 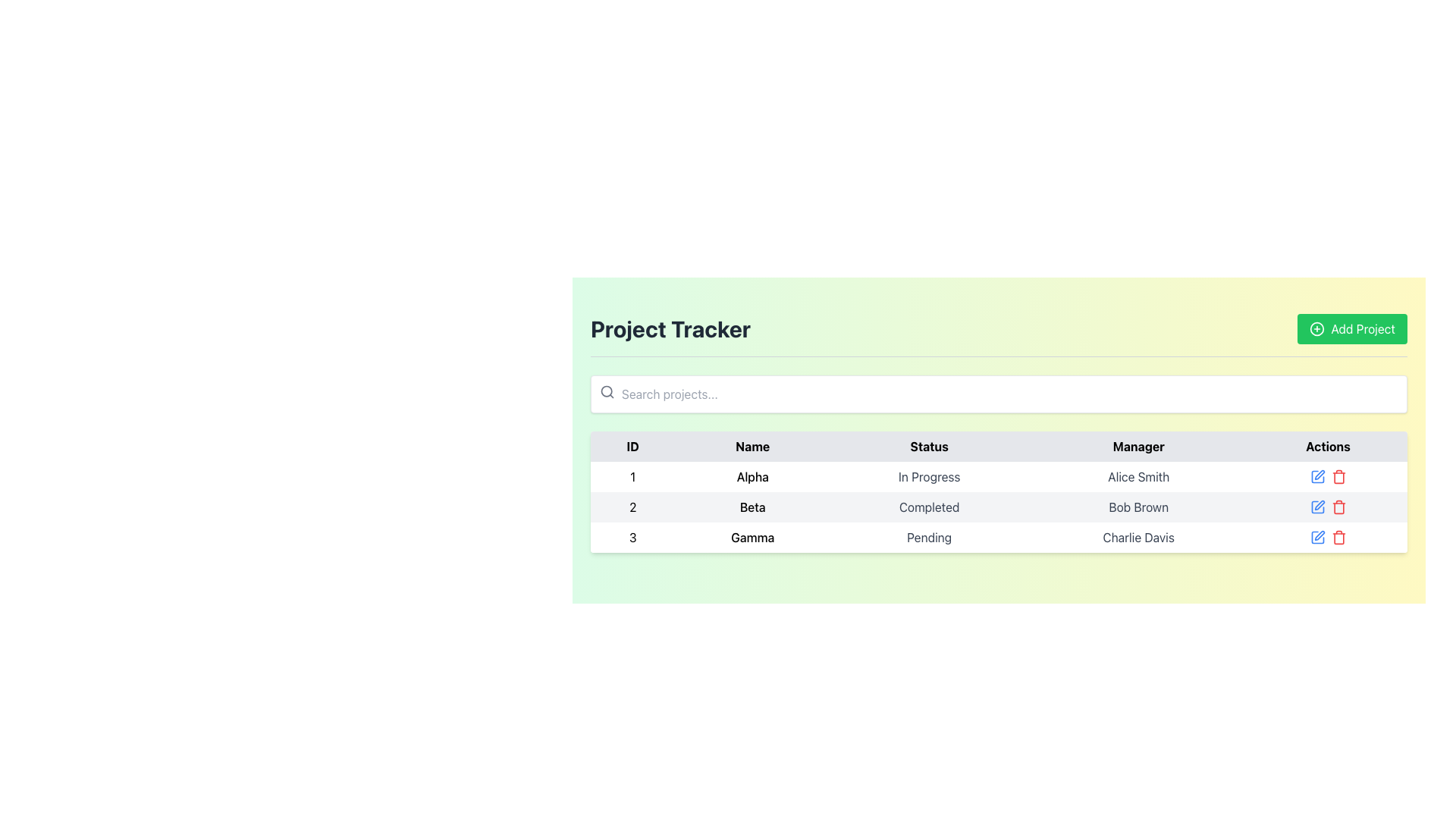 I want to click on the red trash can icon in the Interactive icon group located in the last column of the first row under the 'Actions' header, aligned with 'Alice Smith' in the 'Manager' column, so click(x=1327, y=475).